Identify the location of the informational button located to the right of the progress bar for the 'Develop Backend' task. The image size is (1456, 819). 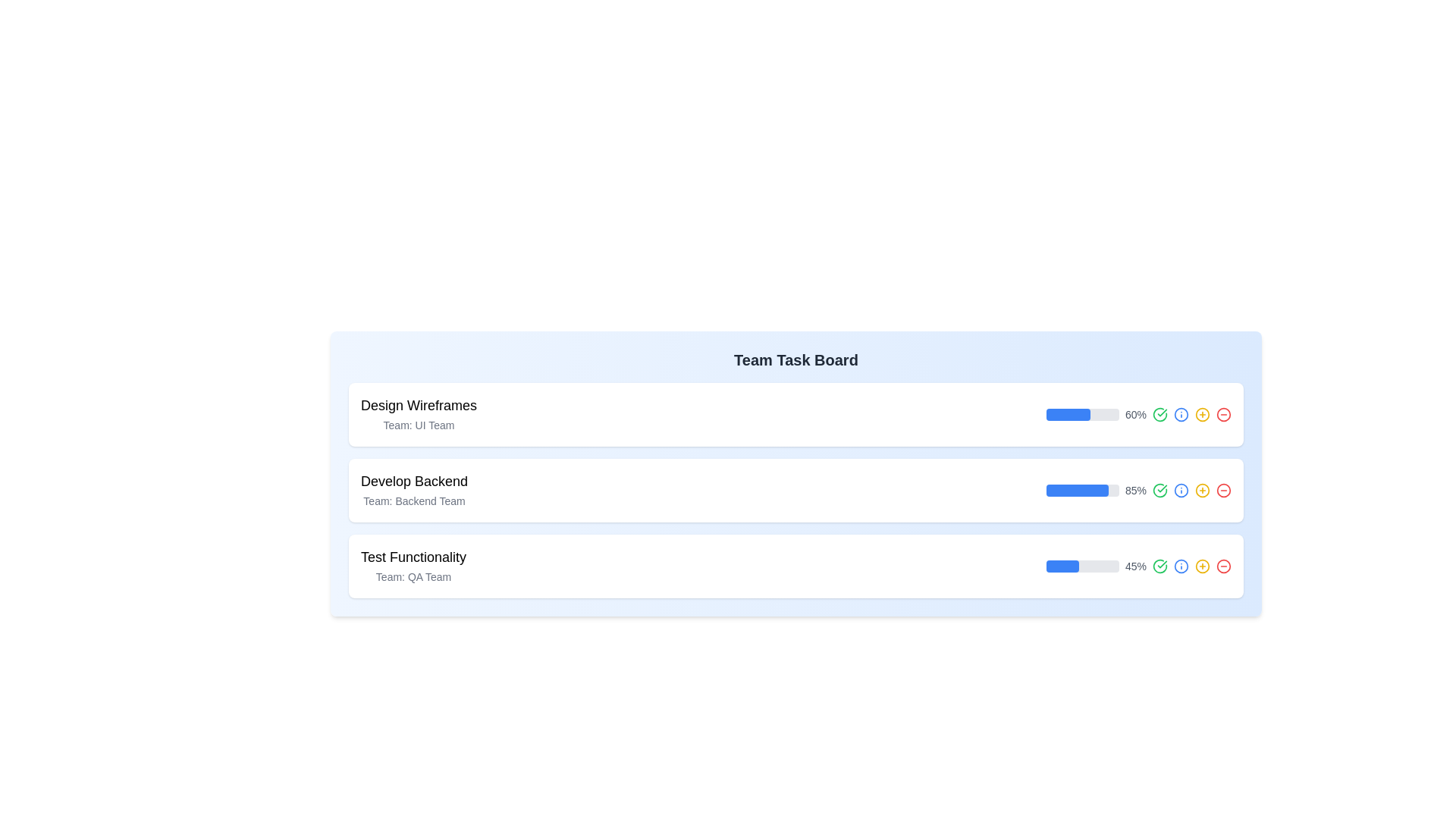
(1181, 491).